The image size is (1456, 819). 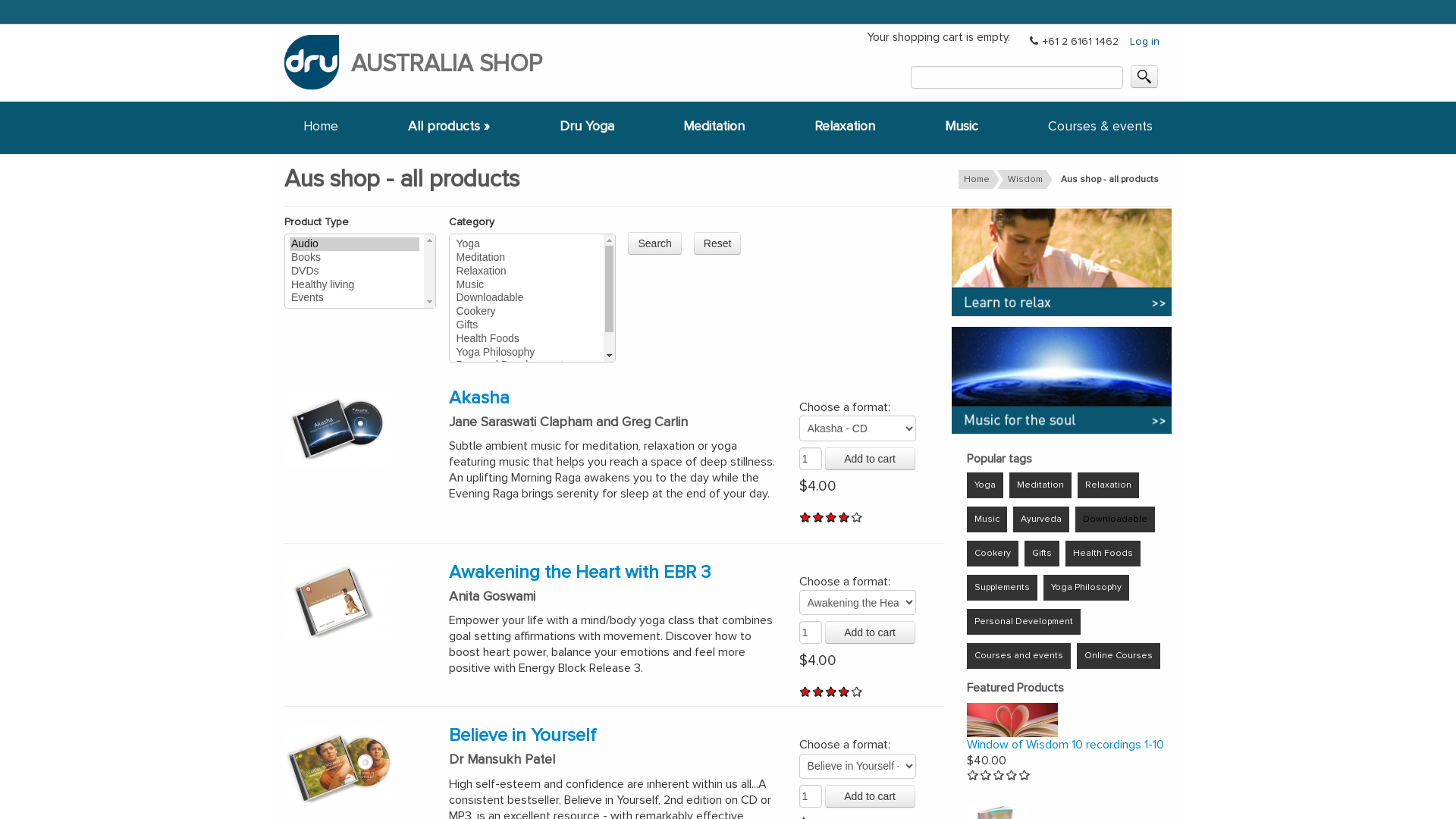 What do you see at coordinates (824, 458) in the screenshot?
I see `'Add to cart'` at bounding box center [824, 458].